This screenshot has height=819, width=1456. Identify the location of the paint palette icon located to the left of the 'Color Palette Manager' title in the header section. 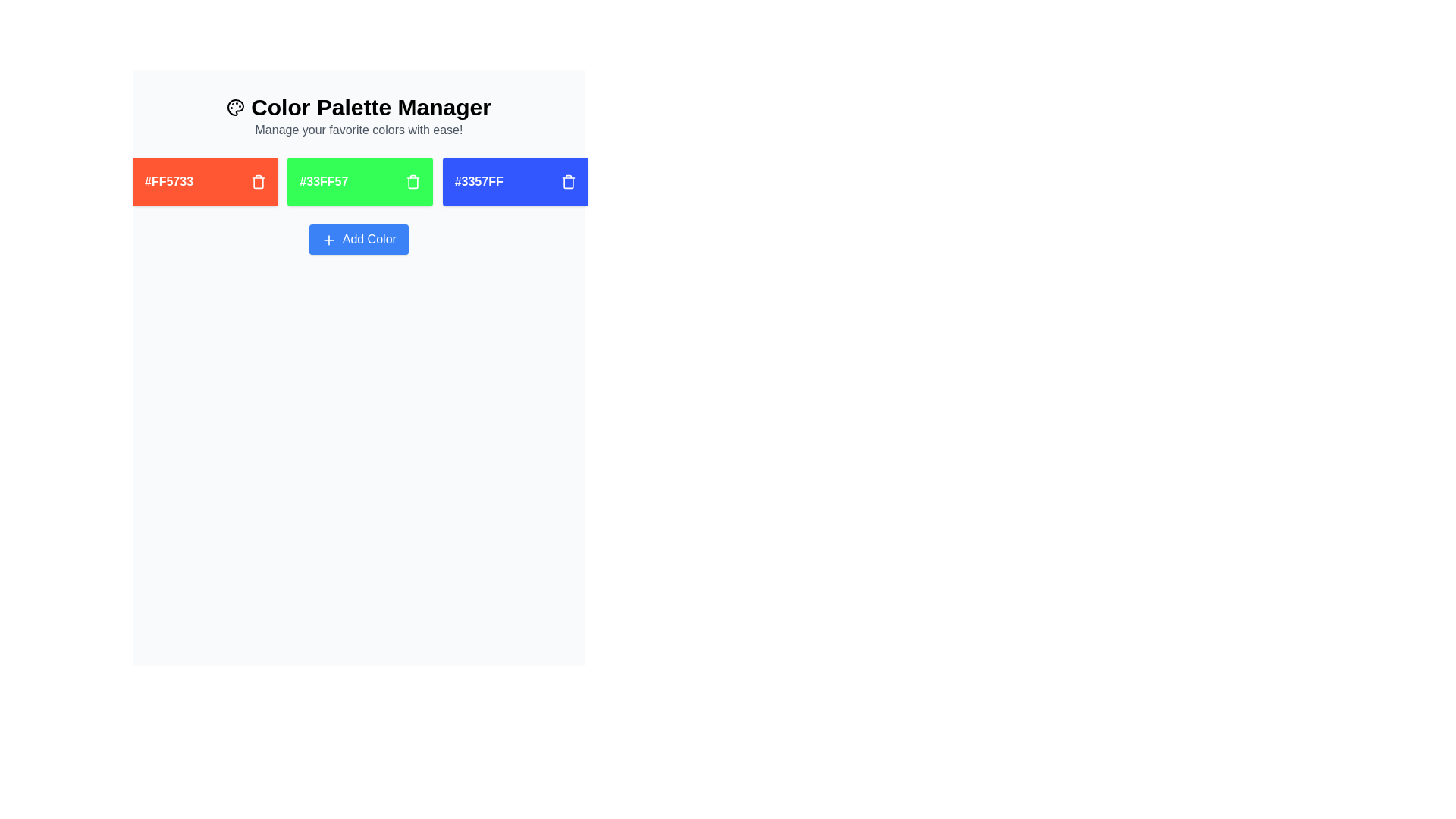
(235, 107).